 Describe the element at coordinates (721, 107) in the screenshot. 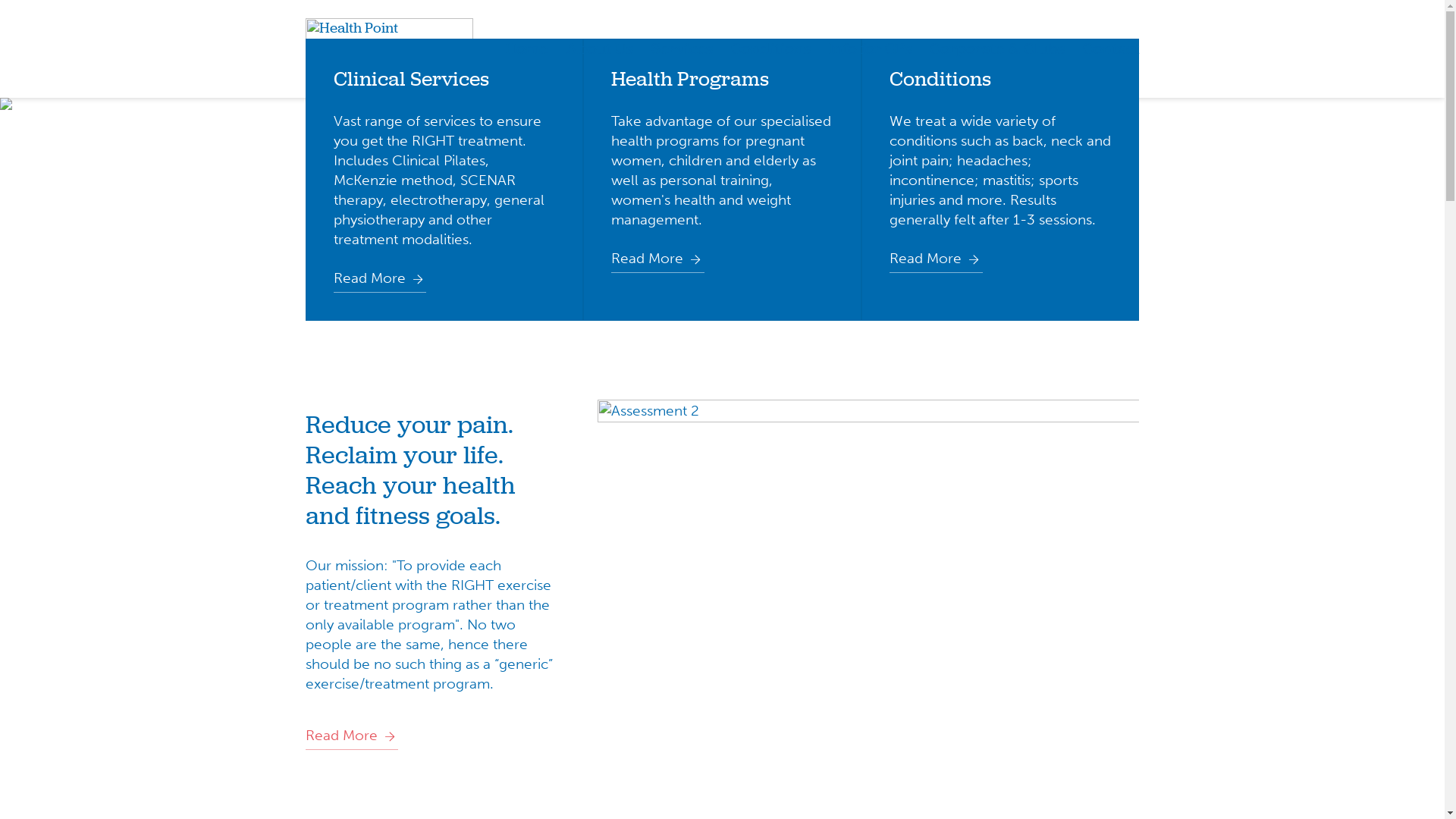

I see `'hp-slide-1 1'` at that location.